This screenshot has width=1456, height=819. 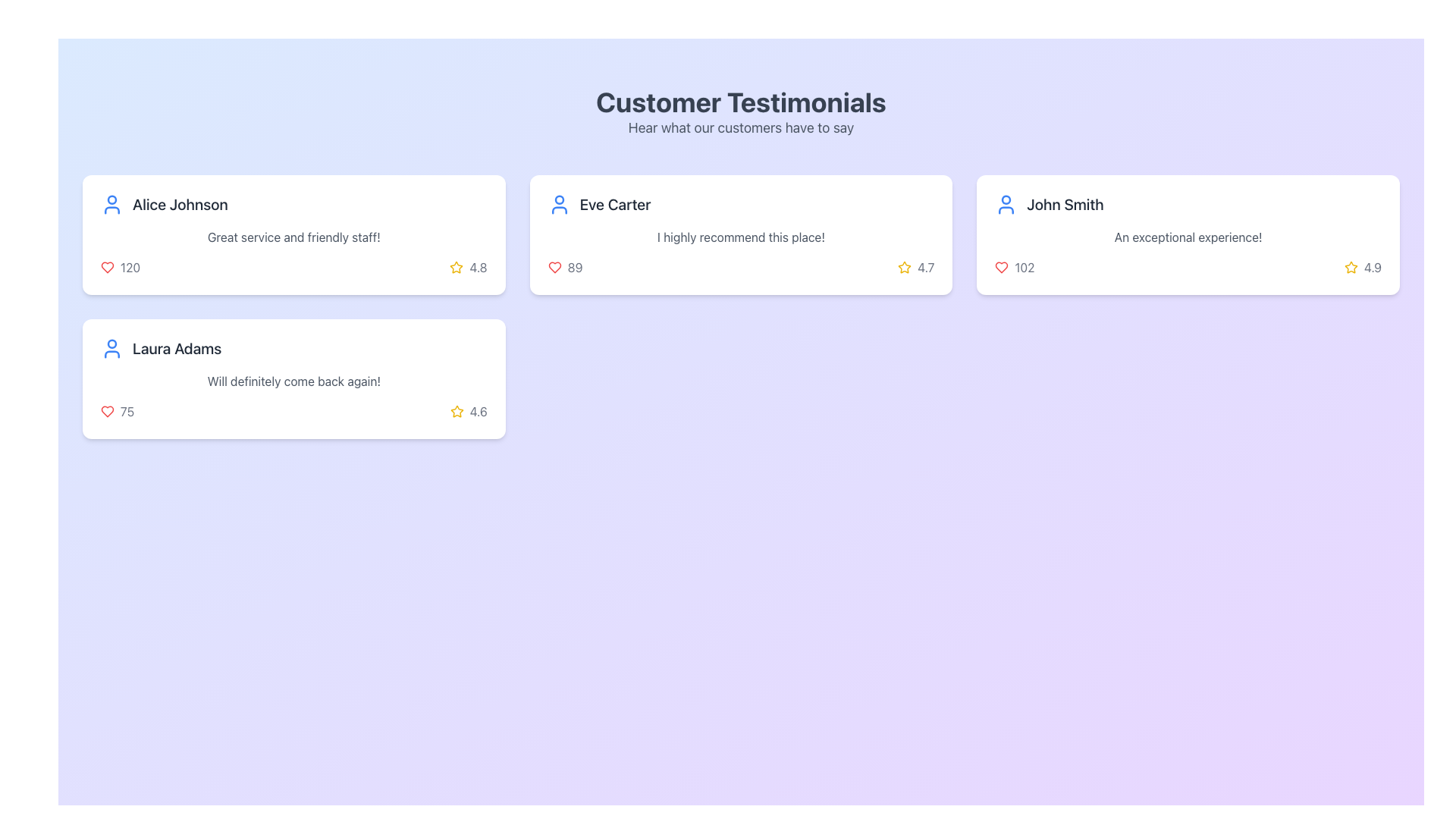 What do you see at coordinates (120, 267) in the screenshot?
I see `the heart icon indicating likes or reactions located in the first card under the title 'Alice Johnson', positioned below the user's name and testimonial message` at bounding box center [120, 267].